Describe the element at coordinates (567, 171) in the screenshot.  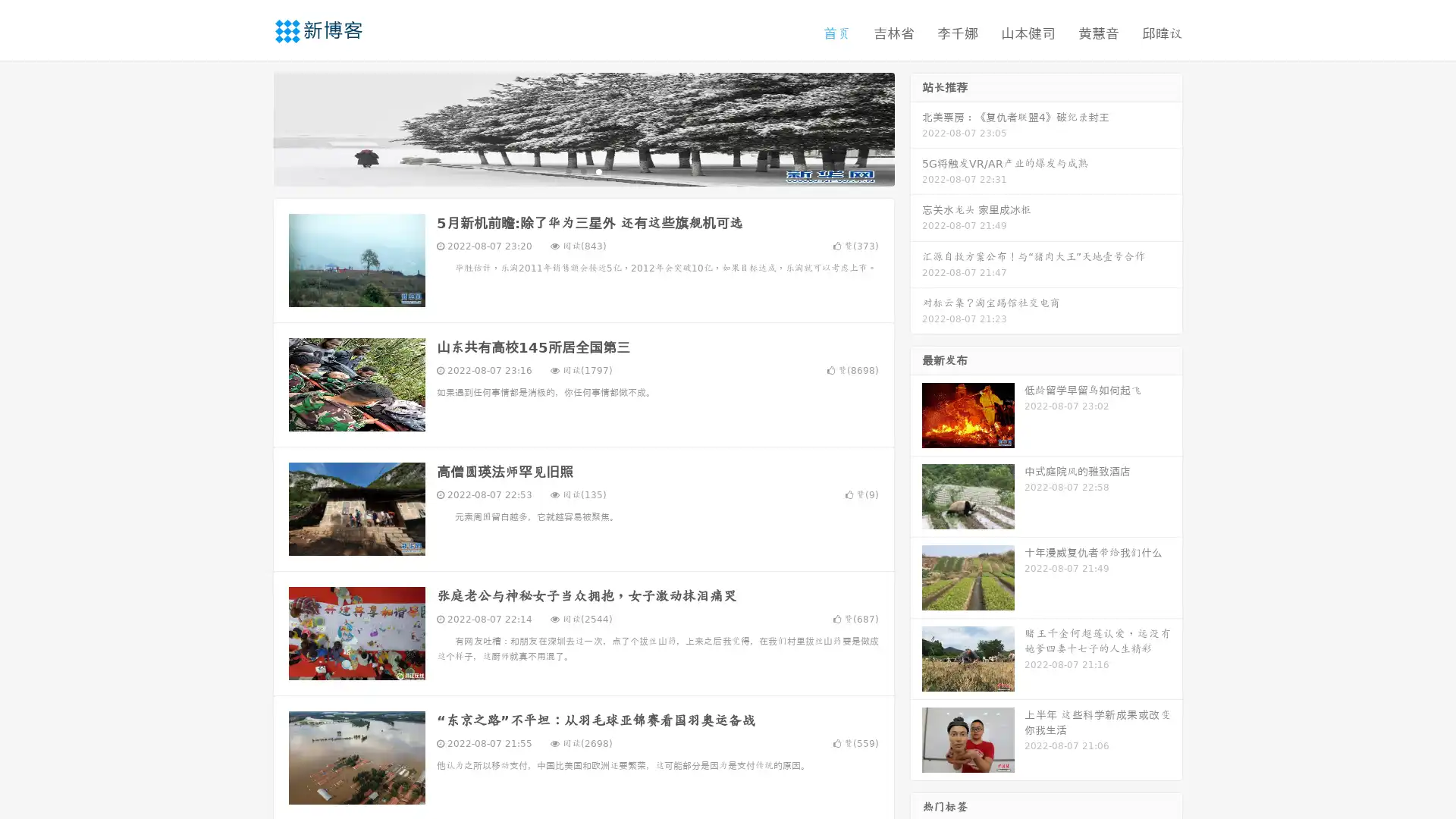
I see `Go to slide 1` at that location.